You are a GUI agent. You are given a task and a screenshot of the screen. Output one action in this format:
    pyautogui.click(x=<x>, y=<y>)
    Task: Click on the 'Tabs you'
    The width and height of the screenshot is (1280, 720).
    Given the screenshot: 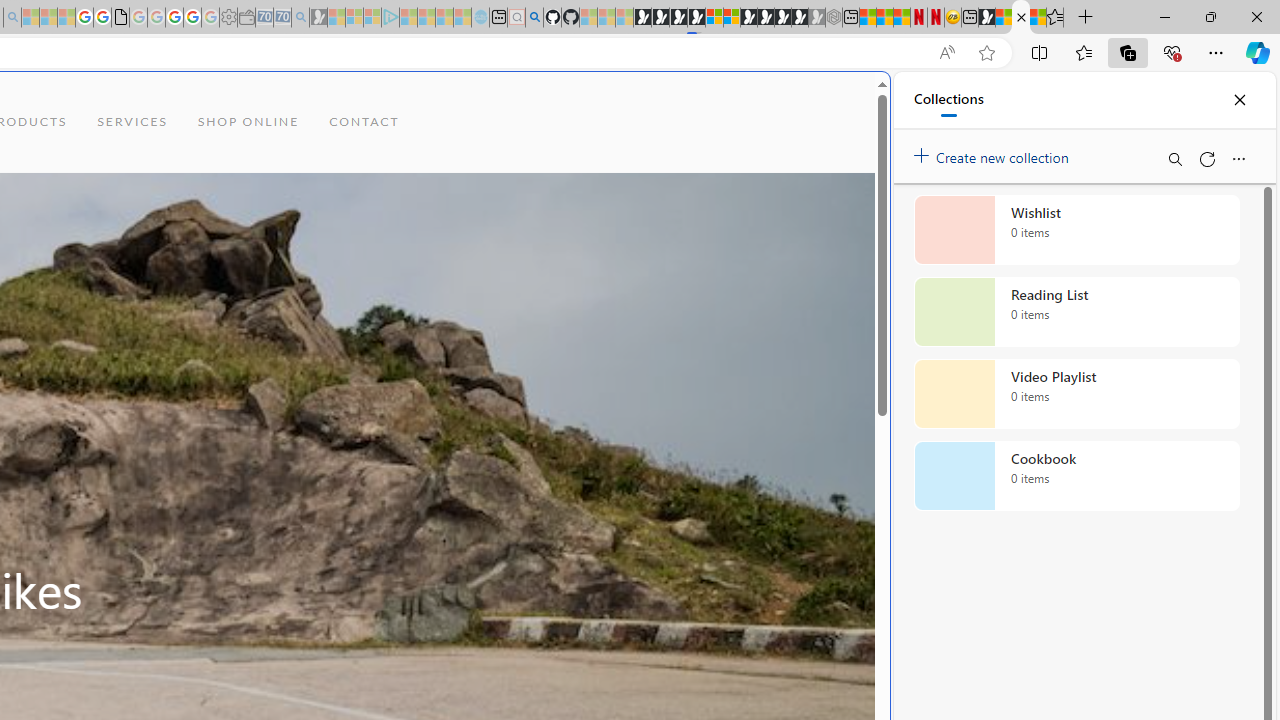 What is the action you would take?
    pyautogui.click(x=276, y=265)
    